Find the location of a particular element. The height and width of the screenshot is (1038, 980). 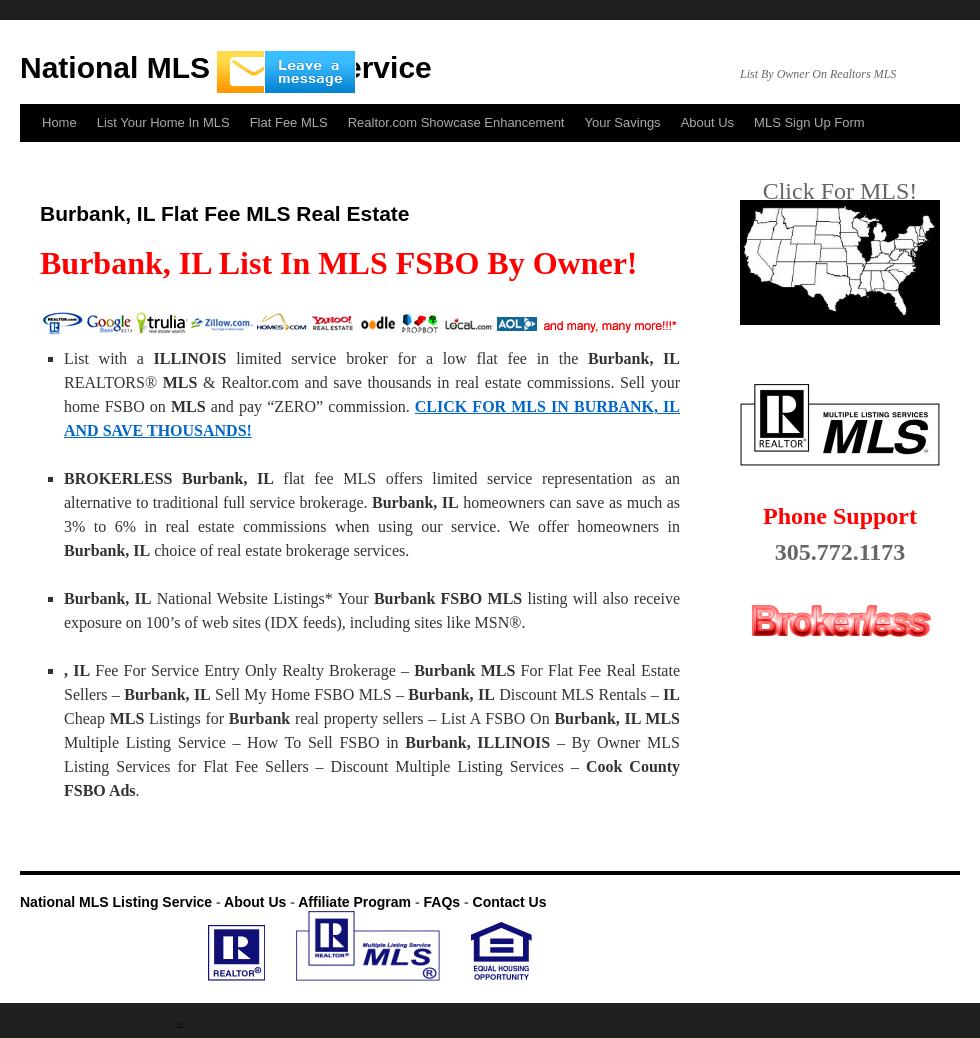

'For Flat Fee Real Estate Sellers –' is located at coordinates (62, 681).